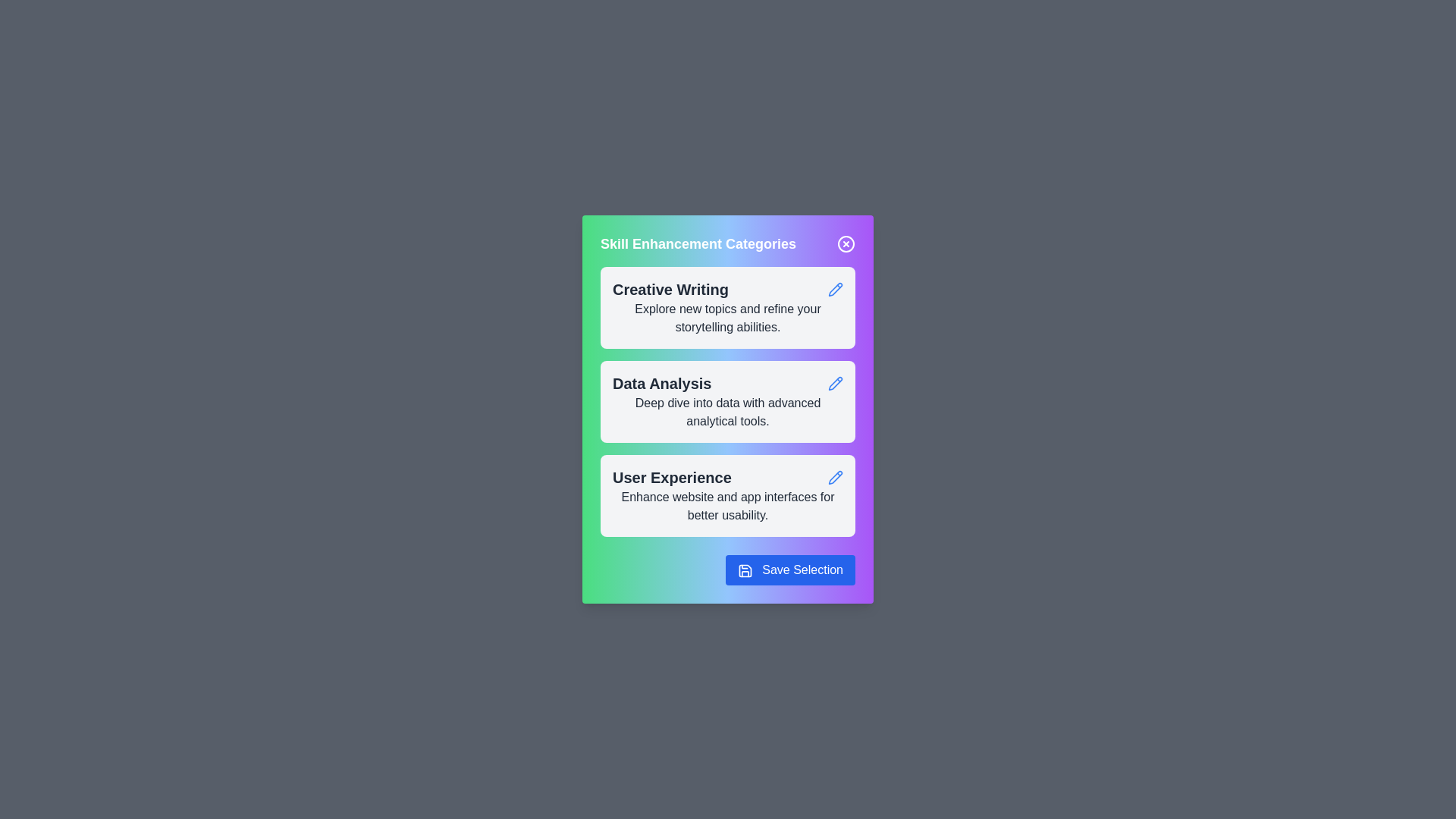 The width and height of the screenshot is (1456, 819). I want to click on the category by clicking on the pencil icon for User Experience, so click(835, 476).